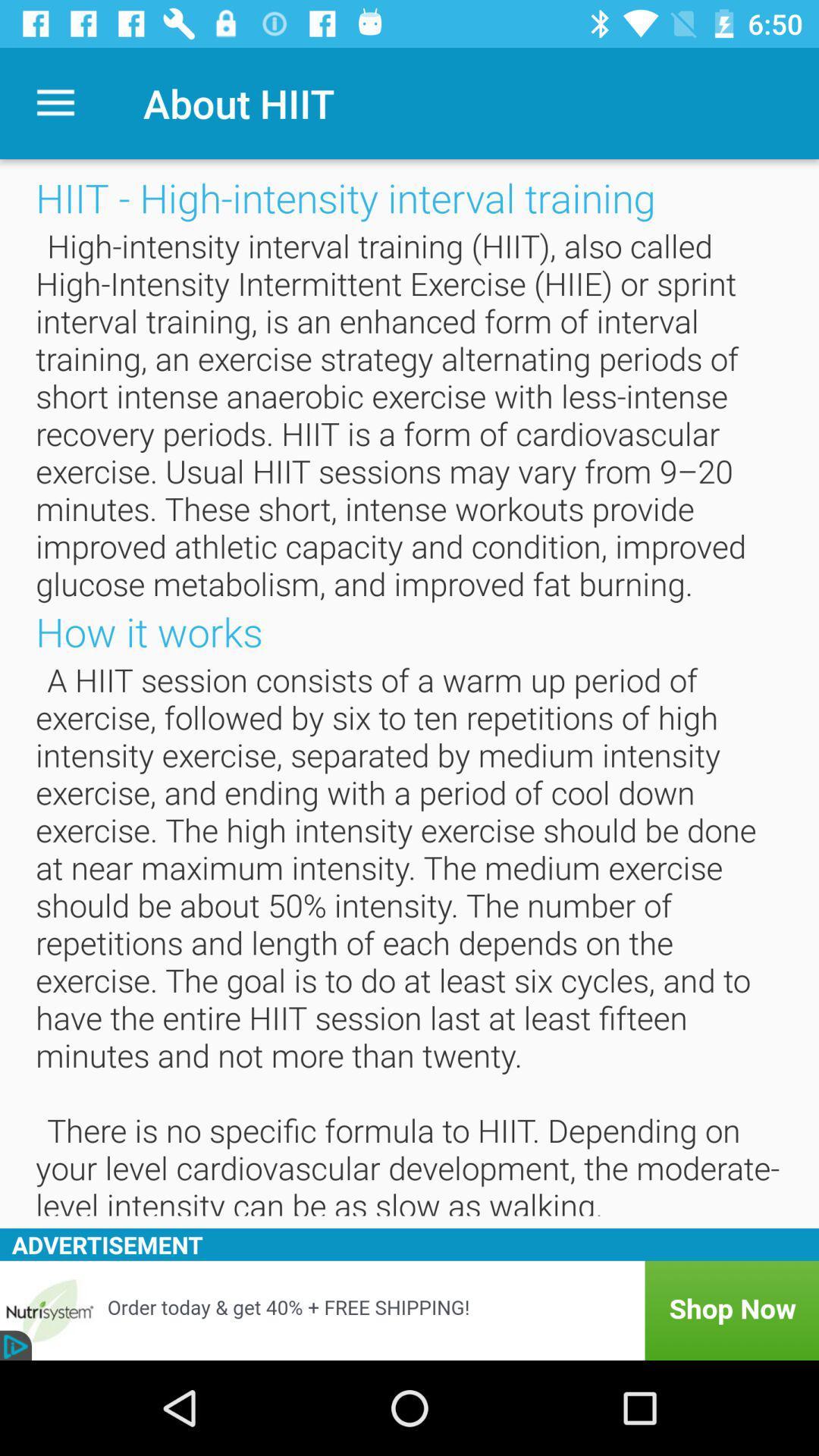 The width and height of the screenshot is (819, 1456). What do you see at coordinates (409, 1310) in the screenshot?
I see `shop now` at bounding box center [409, 1310].